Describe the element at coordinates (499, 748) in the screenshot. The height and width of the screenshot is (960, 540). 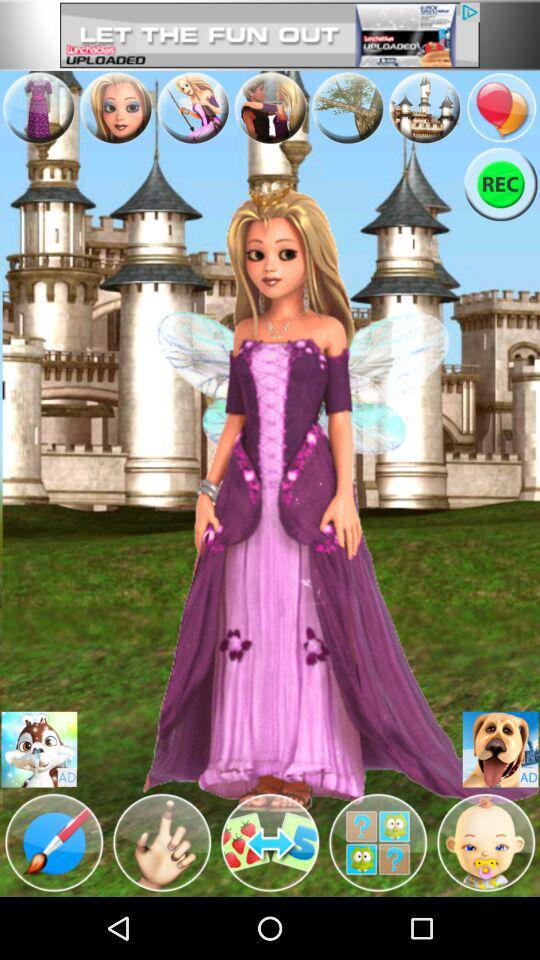
I see `save` at that location.